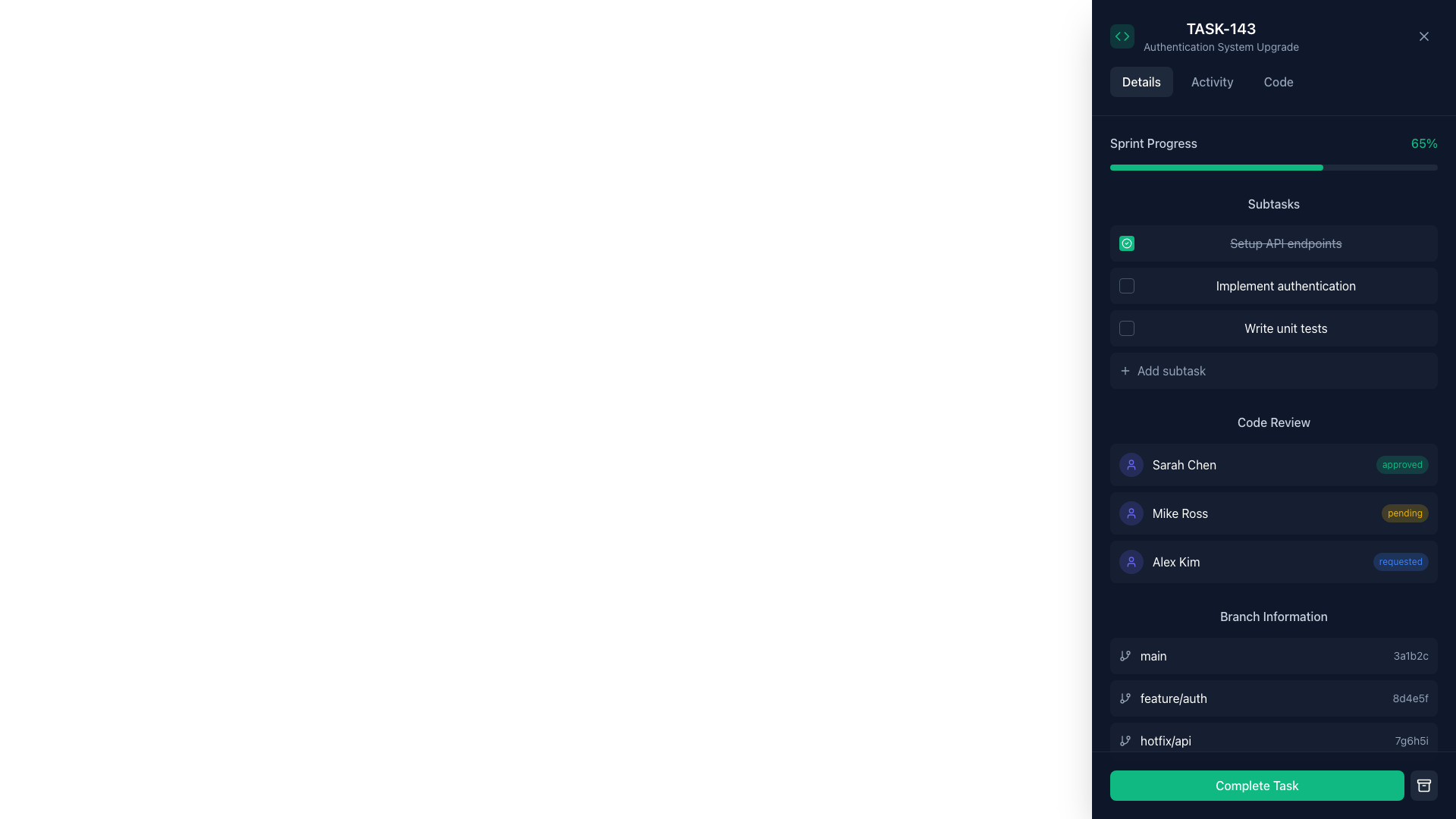 The width and height of the screenshot is (1456, 819). I want to click on the progress bar located beneath the 'Sprint Progress' label, which is partially filled with green and has rounded corners, so click(1274, 167).